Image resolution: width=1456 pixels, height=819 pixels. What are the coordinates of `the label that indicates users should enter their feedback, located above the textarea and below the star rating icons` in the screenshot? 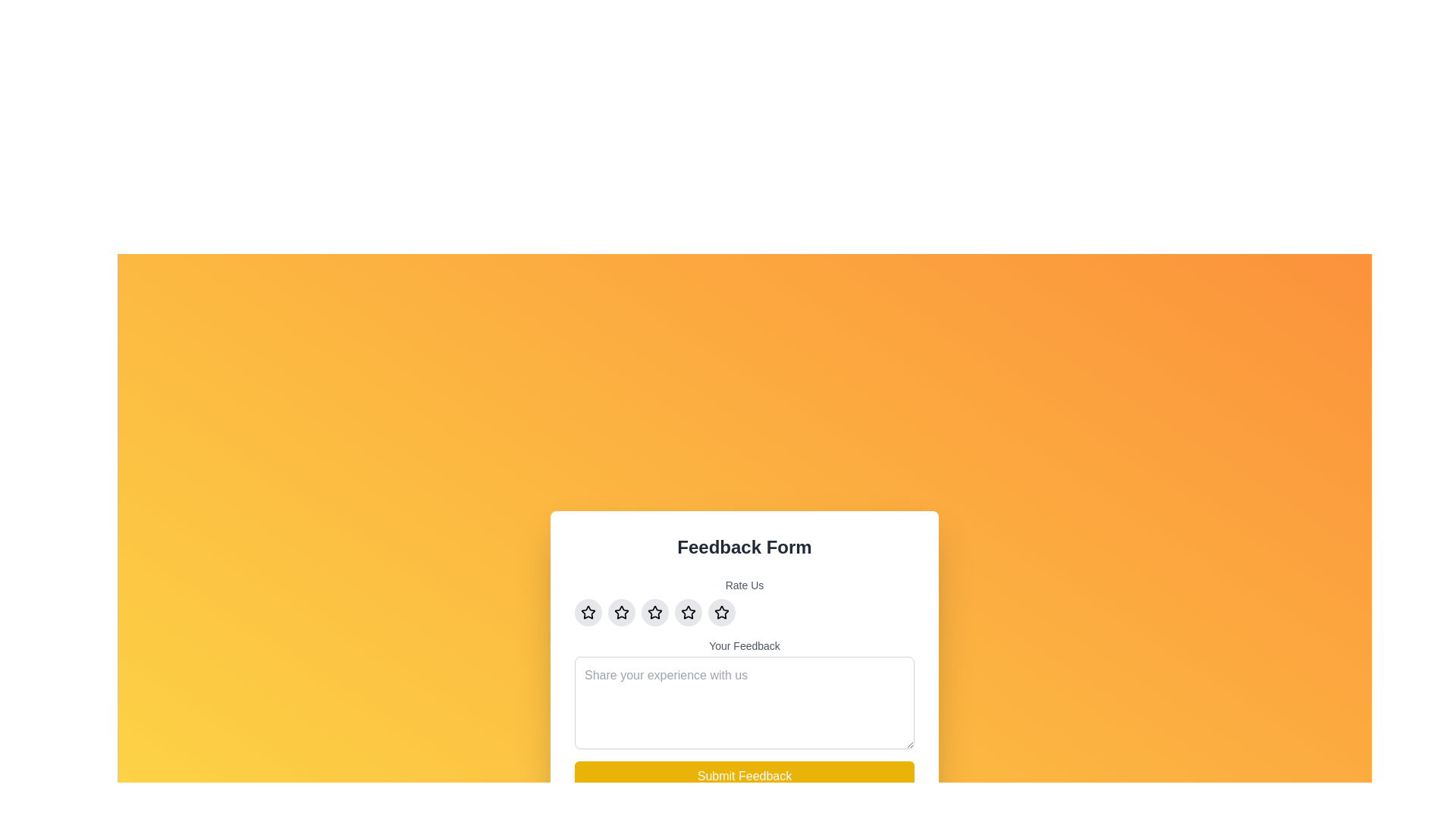 It's located at (745, 646).